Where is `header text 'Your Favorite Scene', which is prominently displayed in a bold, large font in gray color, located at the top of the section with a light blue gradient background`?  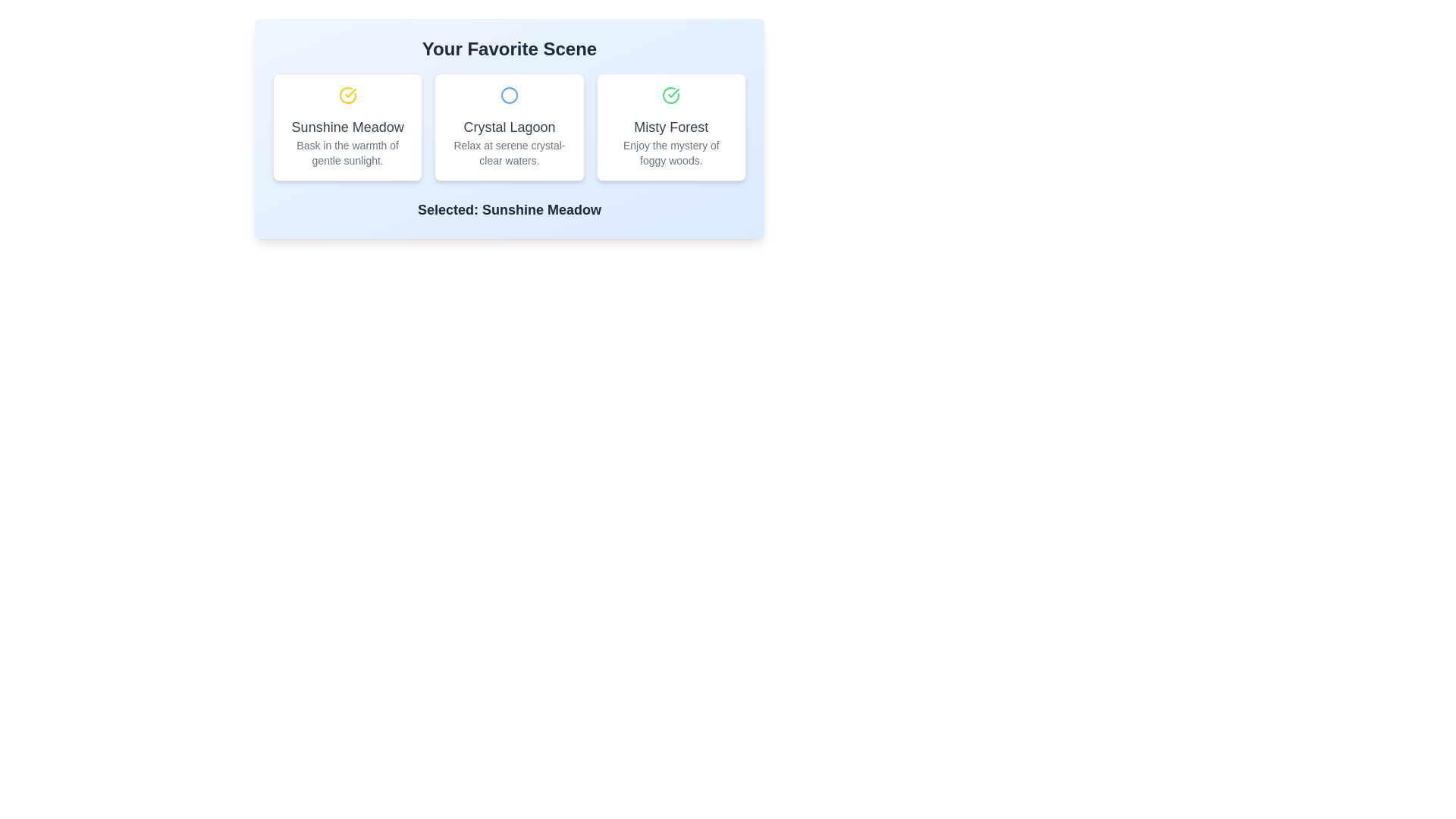 header text 'Your Favorite Scene', which is prominently displayed in a bold, large font in gray color, located at the top of the section with a light blue gradient background is located at coordinates (510, 49).